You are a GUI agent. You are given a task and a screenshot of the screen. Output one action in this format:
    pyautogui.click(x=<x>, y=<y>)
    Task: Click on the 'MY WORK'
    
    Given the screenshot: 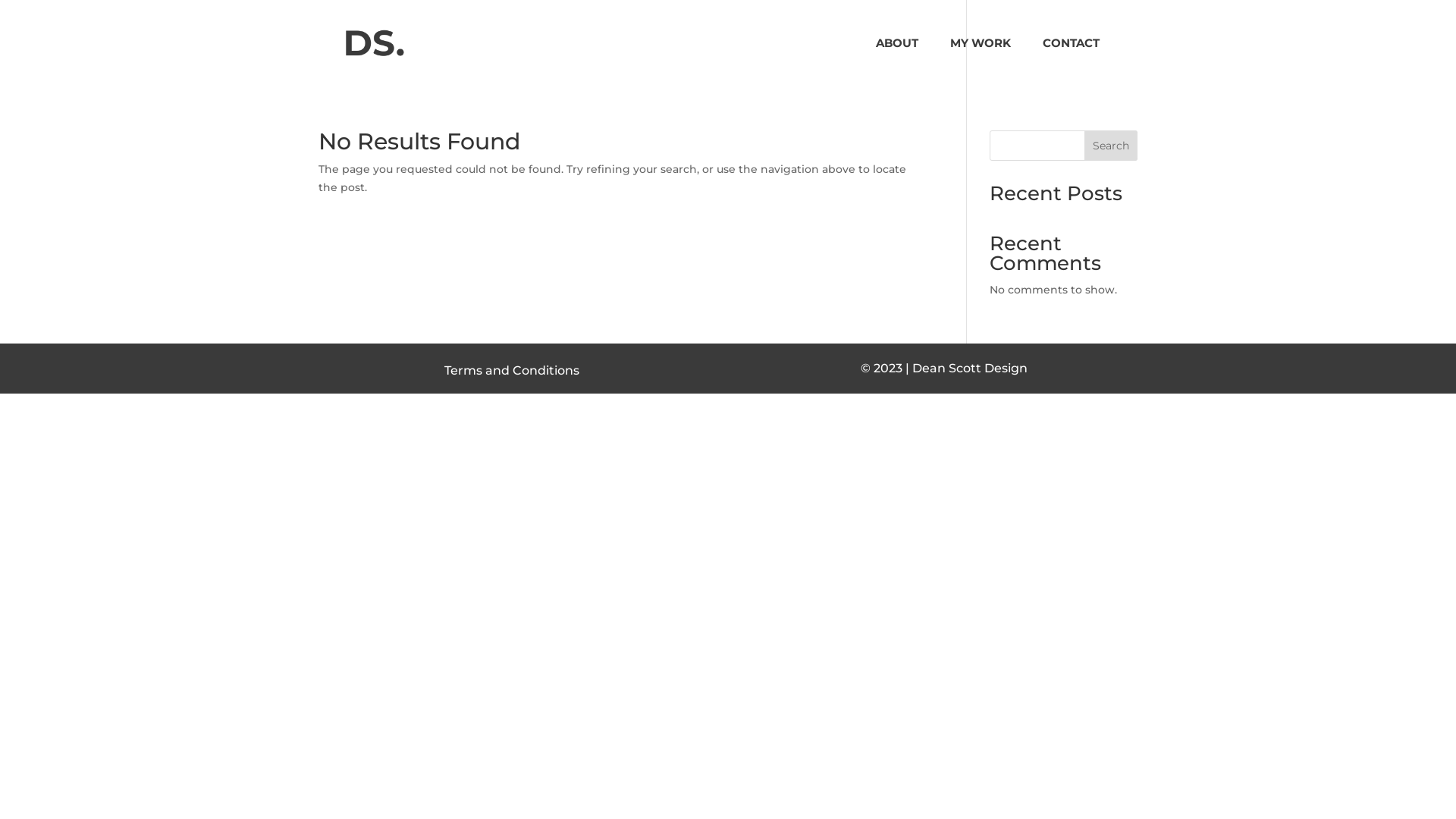 What is the action you would take?
    pyautogui.click(x=949, y=61)
    